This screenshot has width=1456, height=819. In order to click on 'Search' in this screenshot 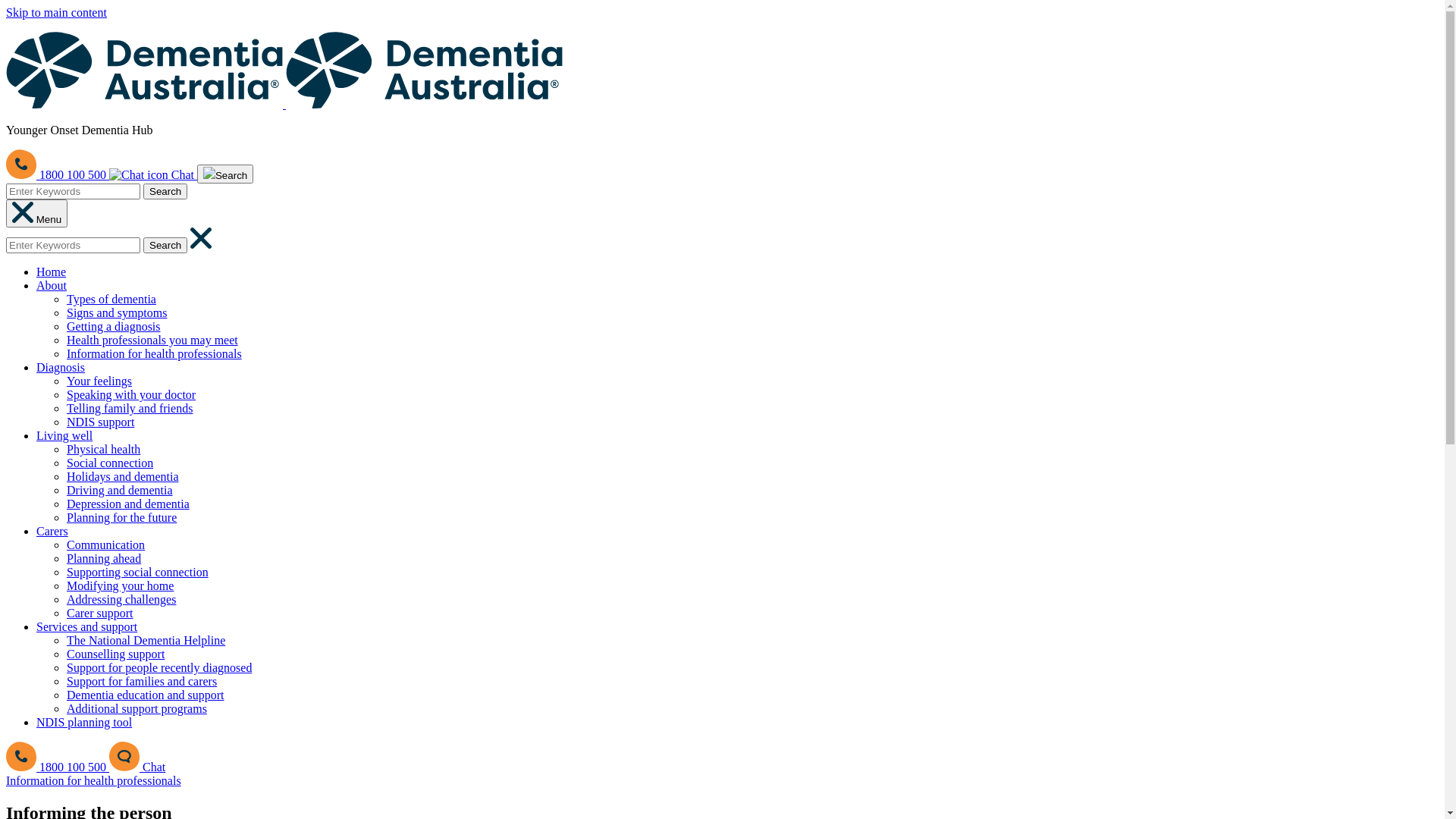, I will do `click(224, 173)`.